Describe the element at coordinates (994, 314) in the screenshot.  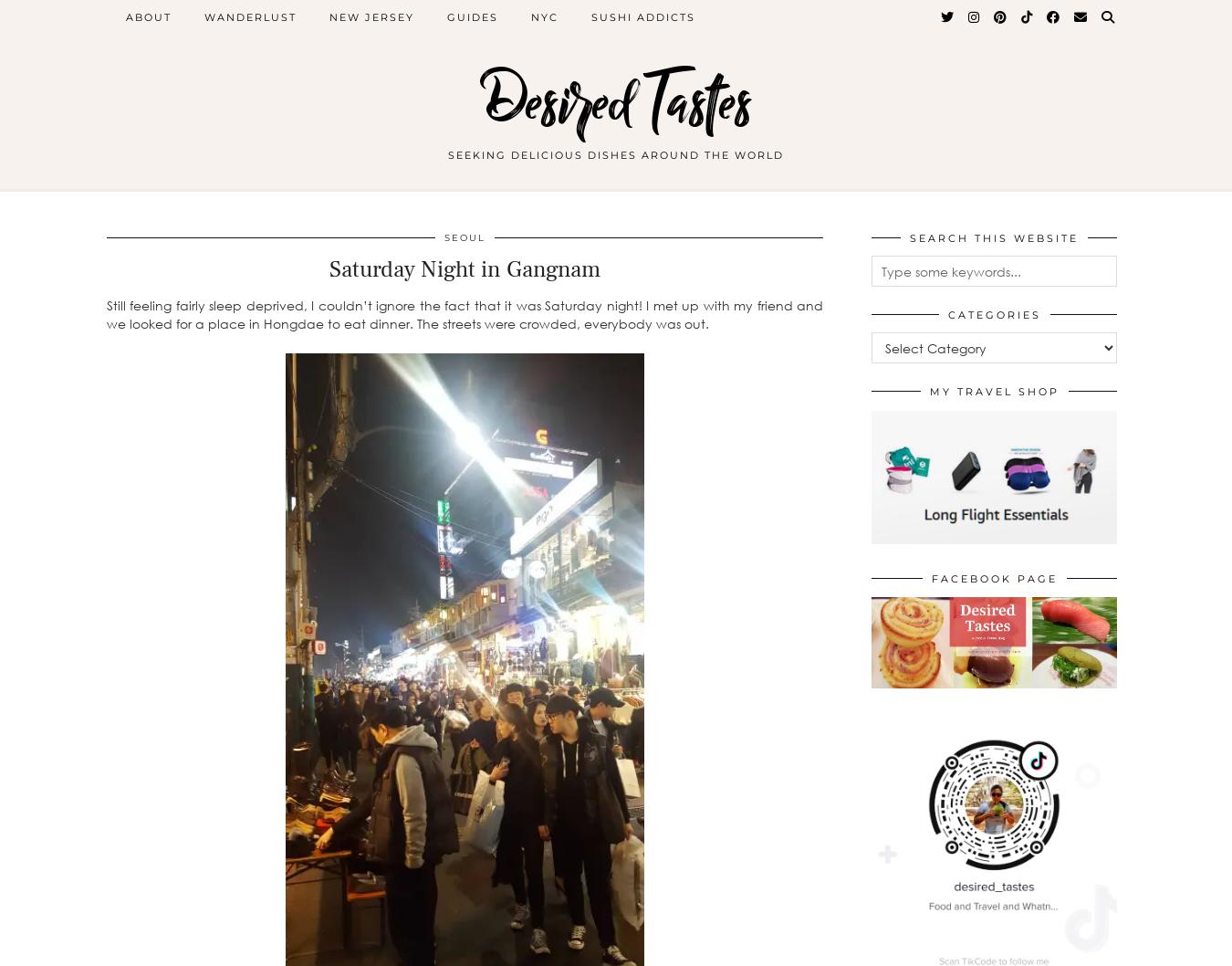
I see `'Categories'` at that location.